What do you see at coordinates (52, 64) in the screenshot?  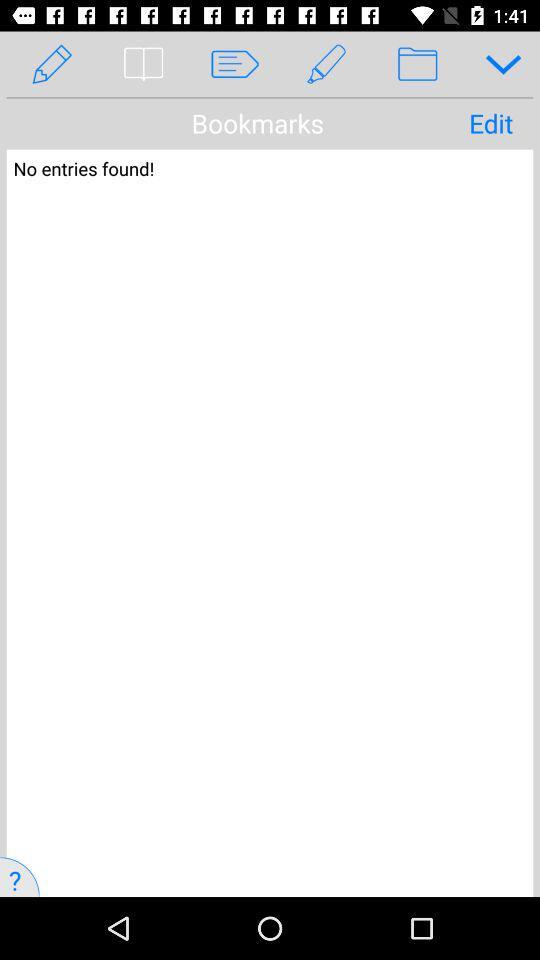 I see `the edit icon` at bounding box center [52, 64].